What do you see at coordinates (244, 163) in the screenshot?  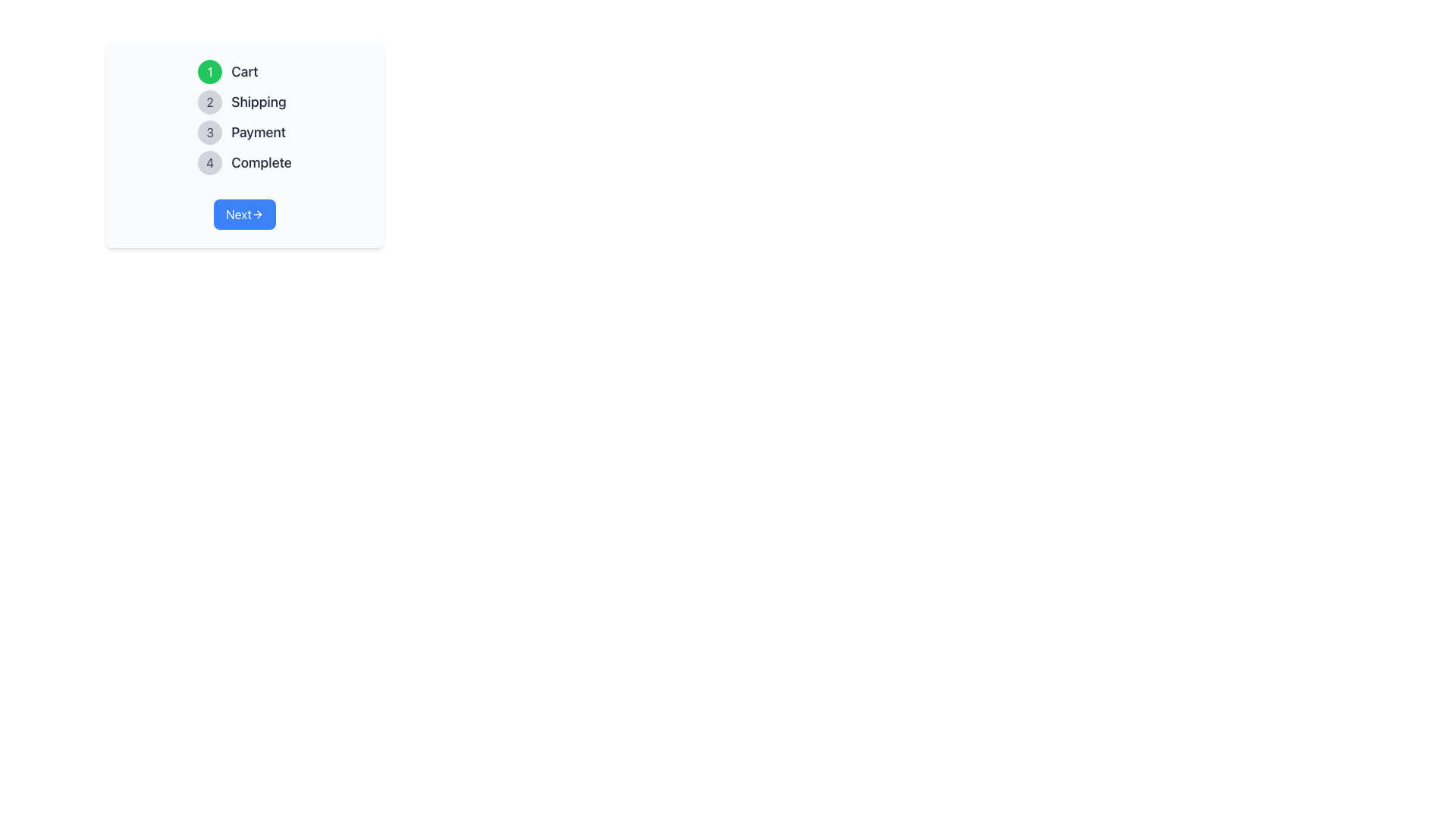 I see `the fourth step indicator titled 'Complete' in the vertical step indicator list, which is located directly below the '3 Payment' item` at bounding box center [244, 163].